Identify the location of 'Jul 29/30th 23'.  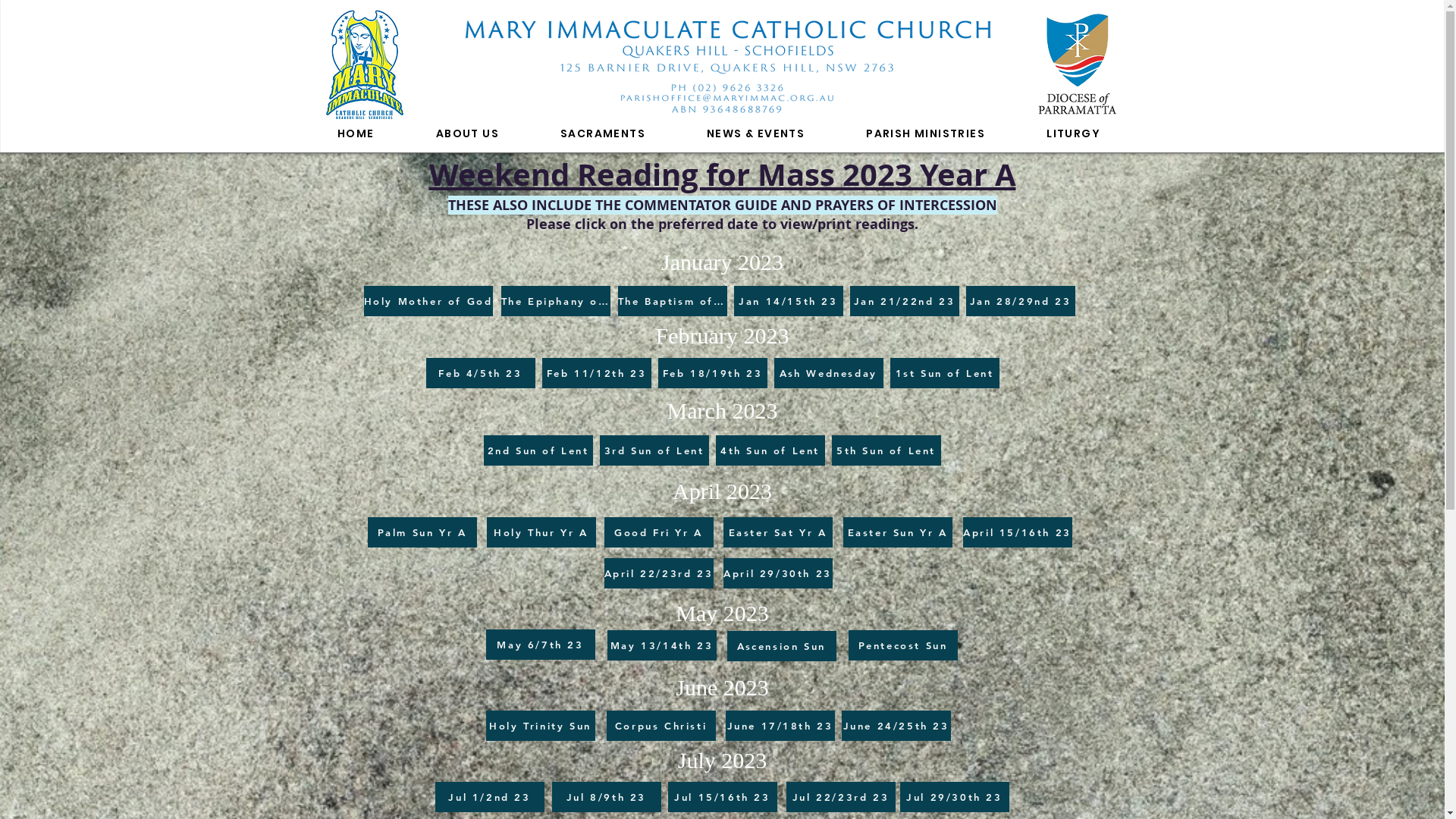
(952, 795).